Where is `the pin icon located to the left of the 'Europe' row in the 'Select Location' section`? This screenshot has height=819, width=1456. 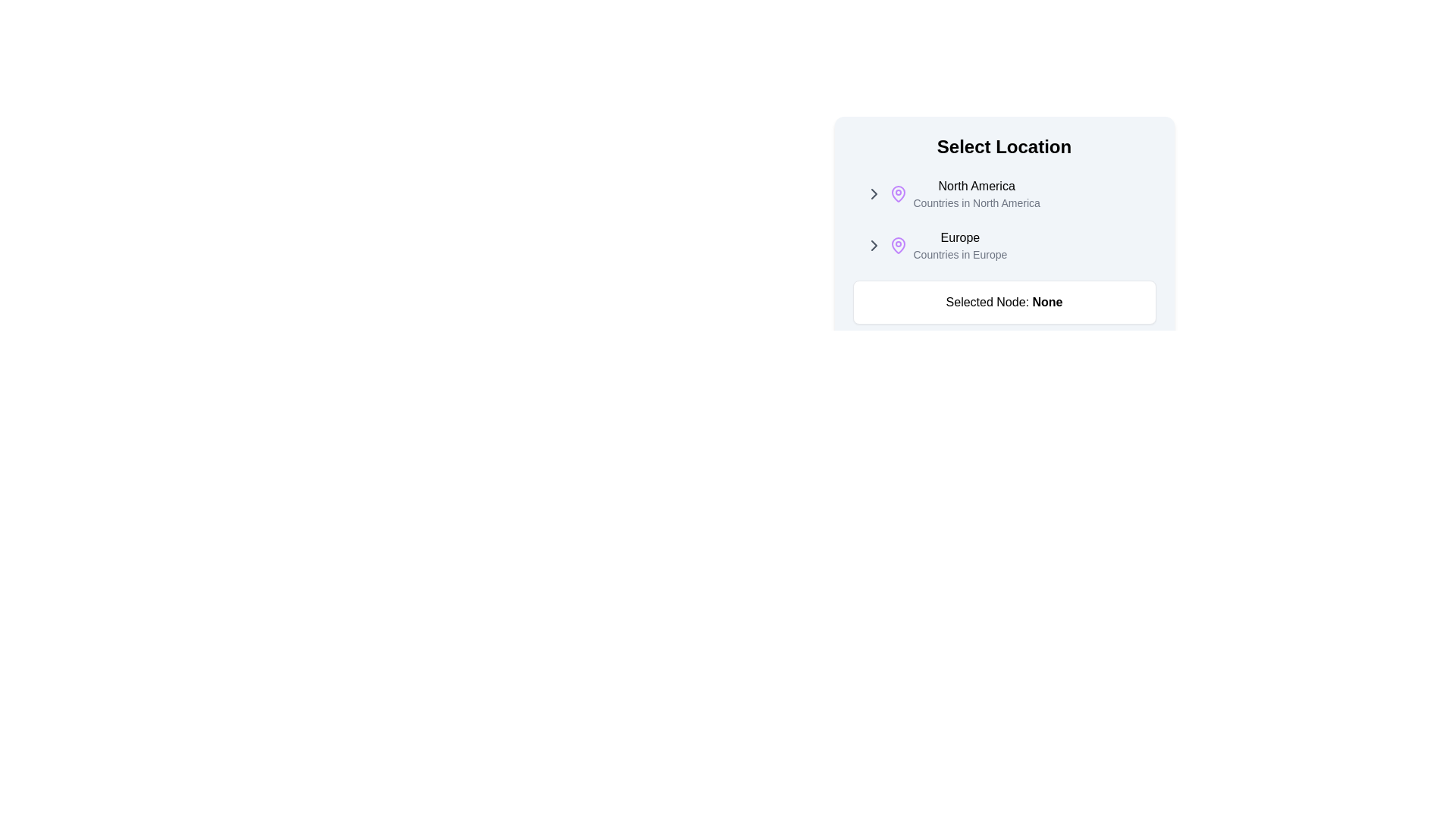
the pin icon located to the left of the 'Europe' row in the 'Select Location' section is located at coordinates (898, 245).